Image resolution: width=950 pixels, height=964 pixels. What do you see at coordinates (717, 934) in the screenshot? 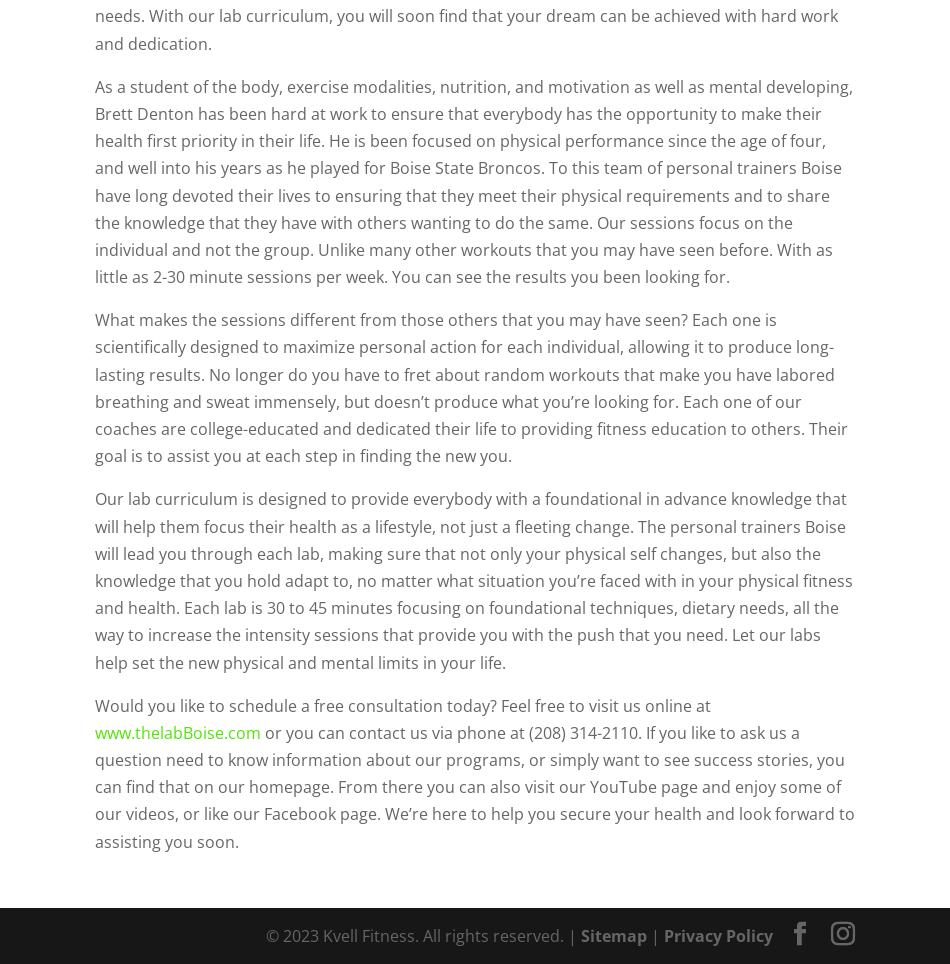
I see `'Privacy Policy'` at bounding box center [717, 934].